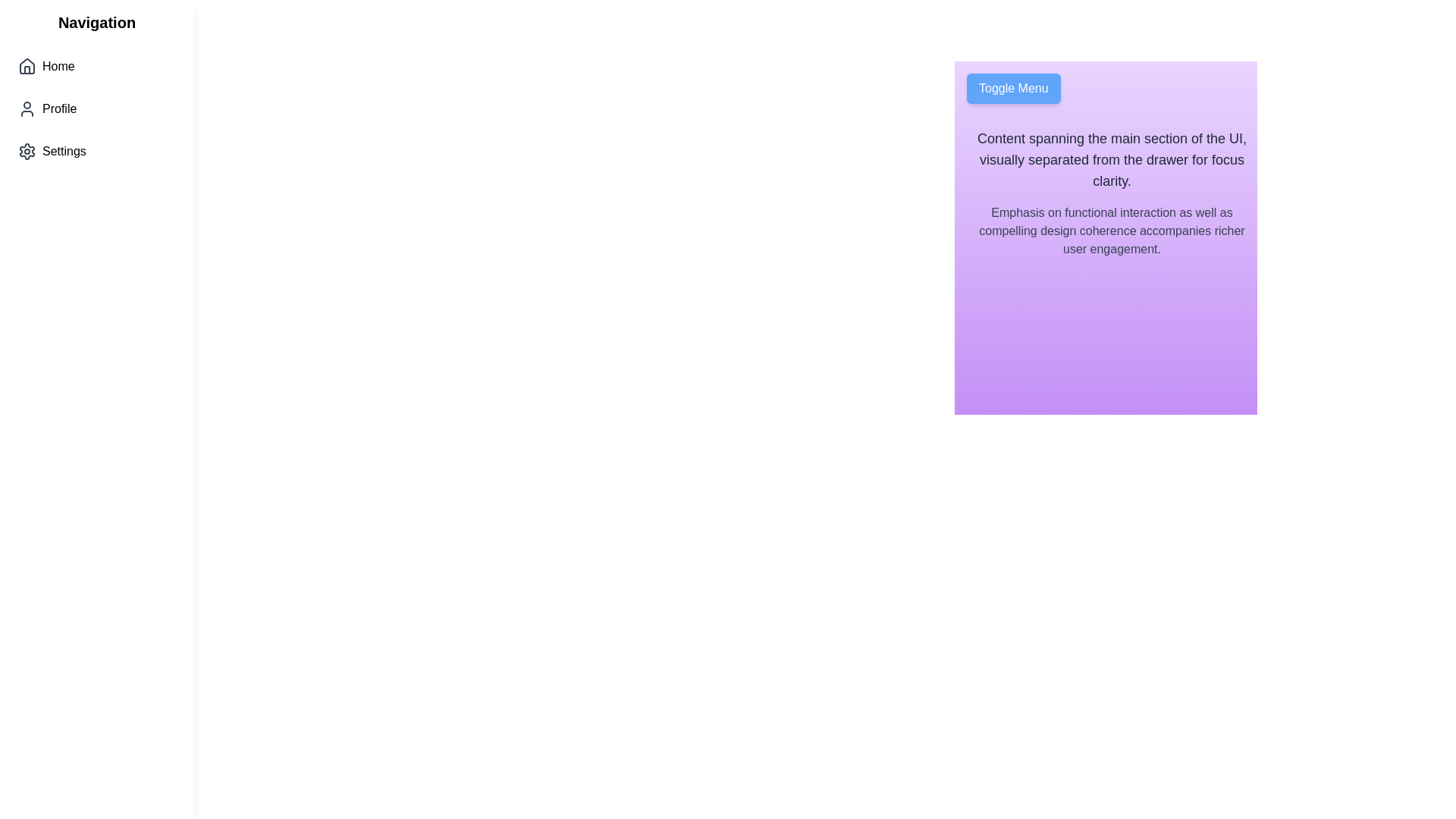 This screenshot has width=1456, height=819. I want to click on the bottom rectangular doorway of the house-shaped icon in the left vertical navigation menu, so click(27, 70).